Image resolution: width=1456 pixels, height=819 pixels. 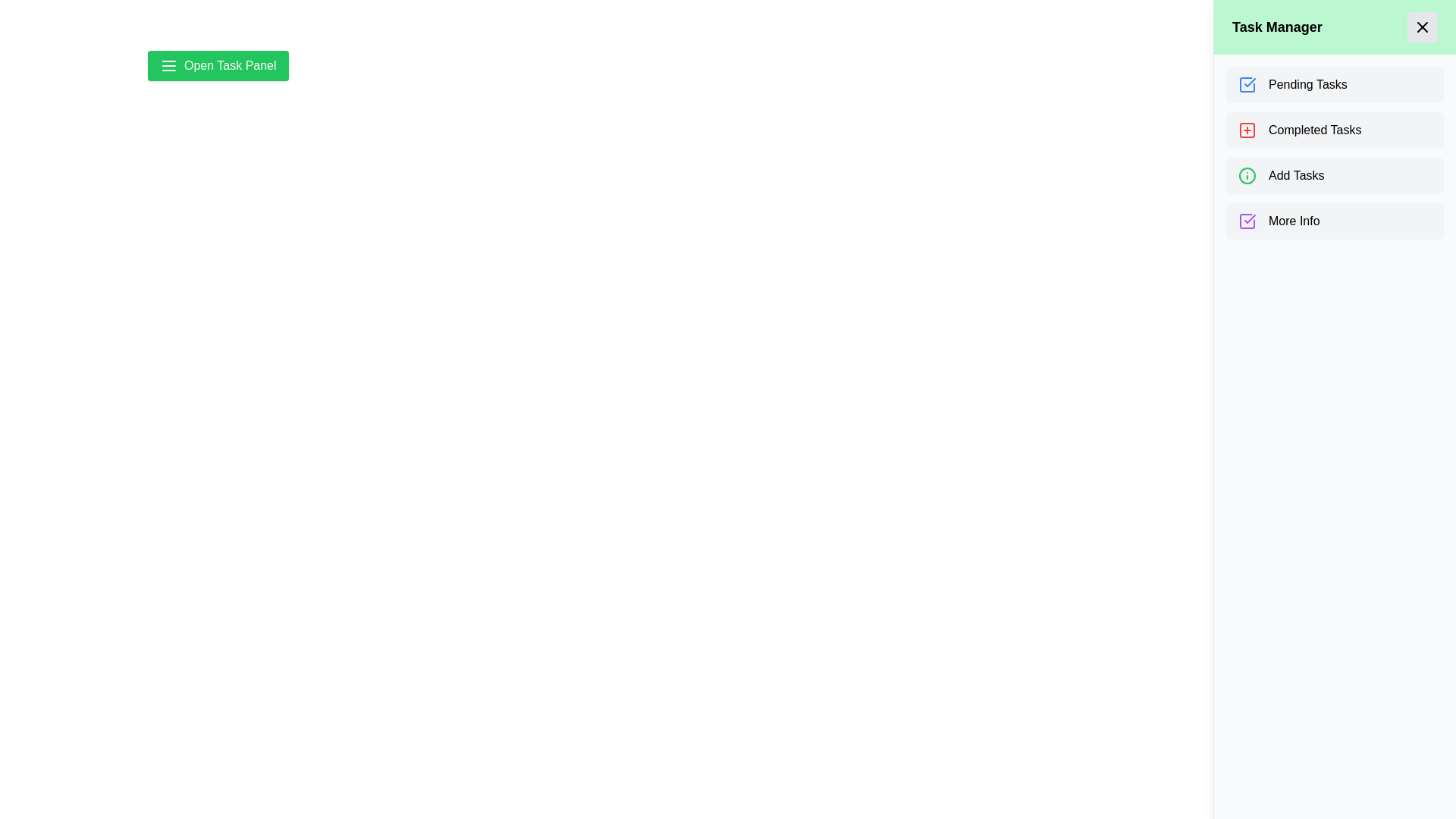 I want to click on the task category Add Tasks from the list, so click(x=1335, y=174).